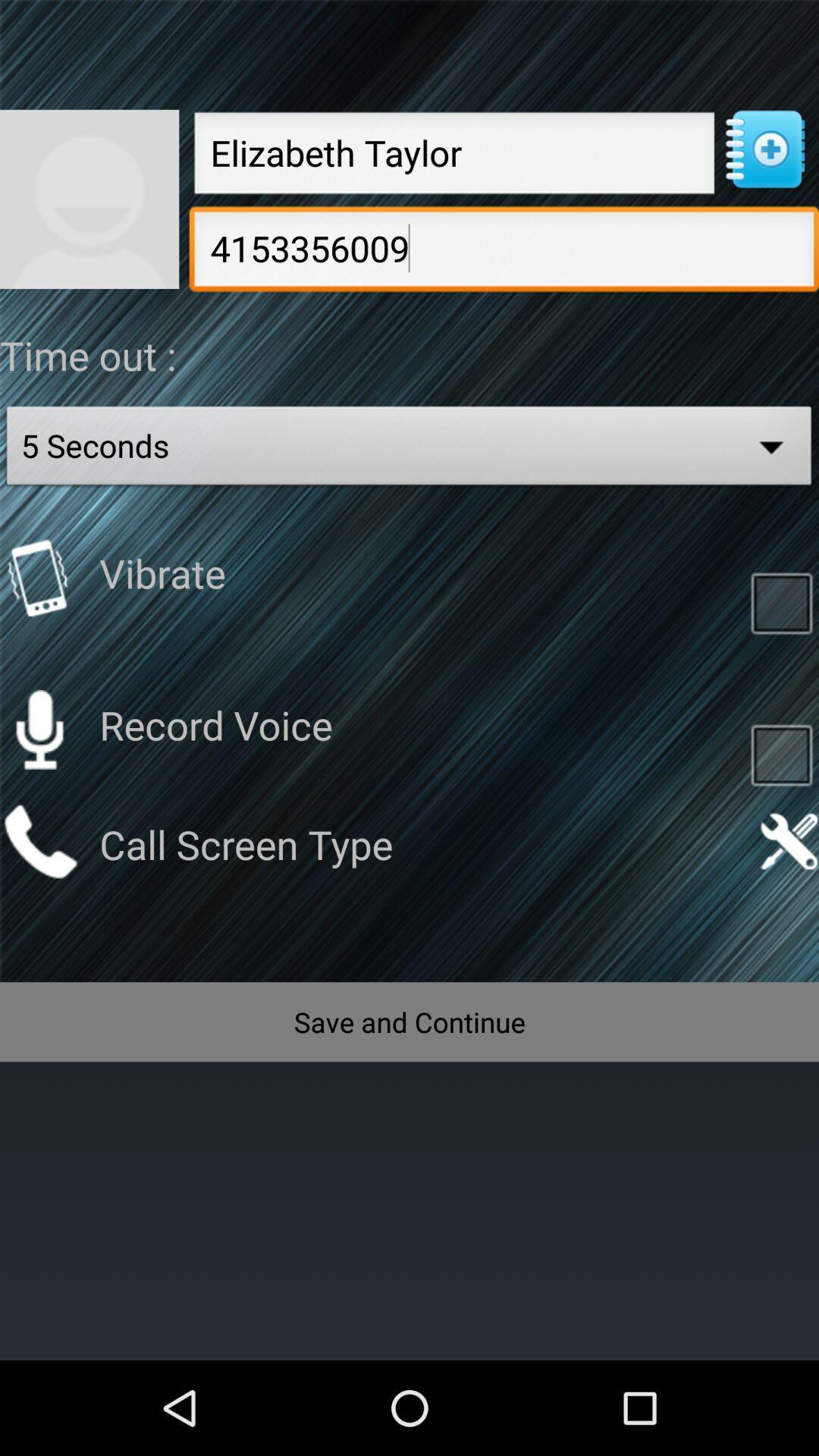  I want to click on vibration icon, so click(39, 577).